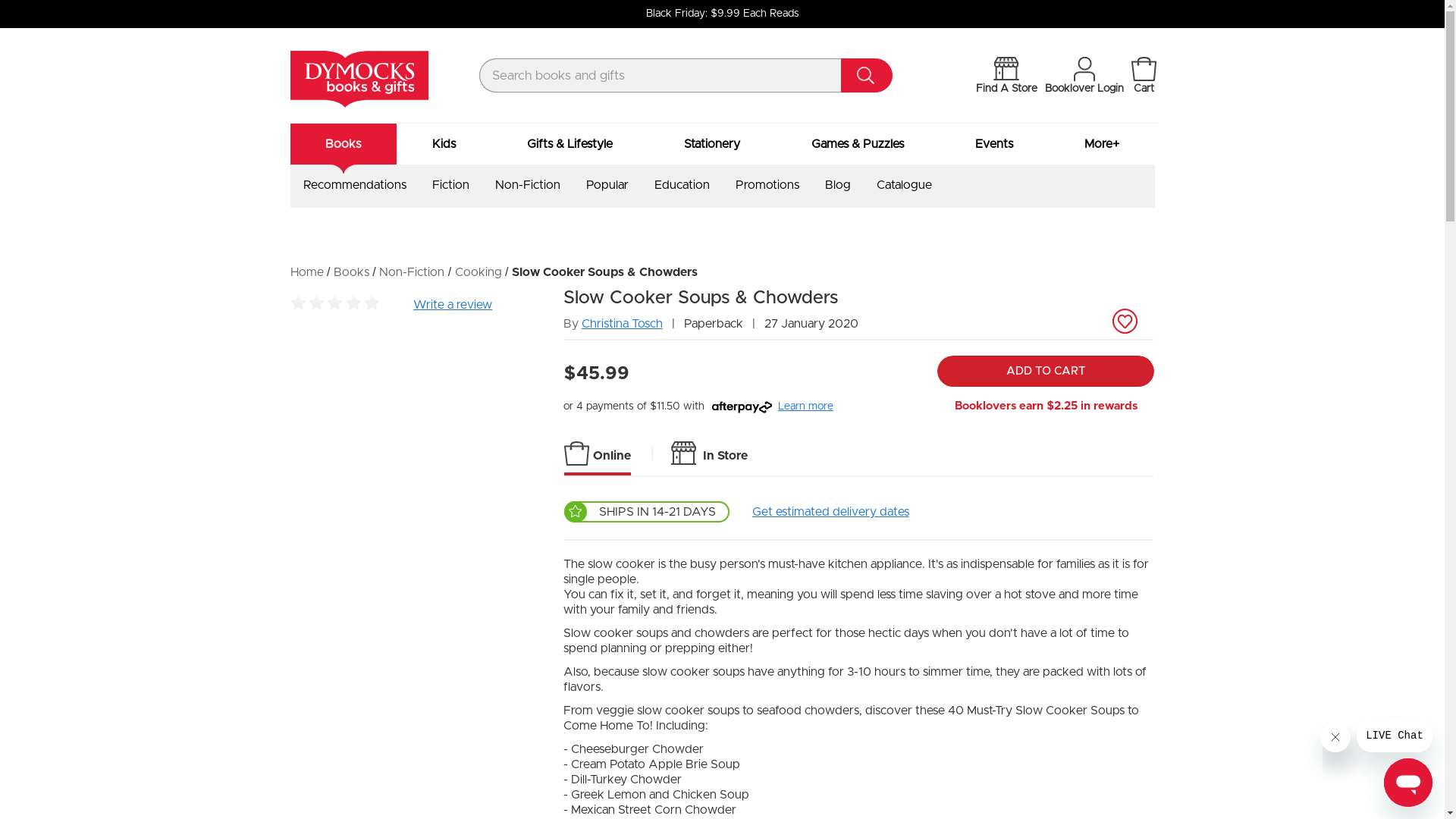  I want to click on 'Cooking', so click(477, 271).